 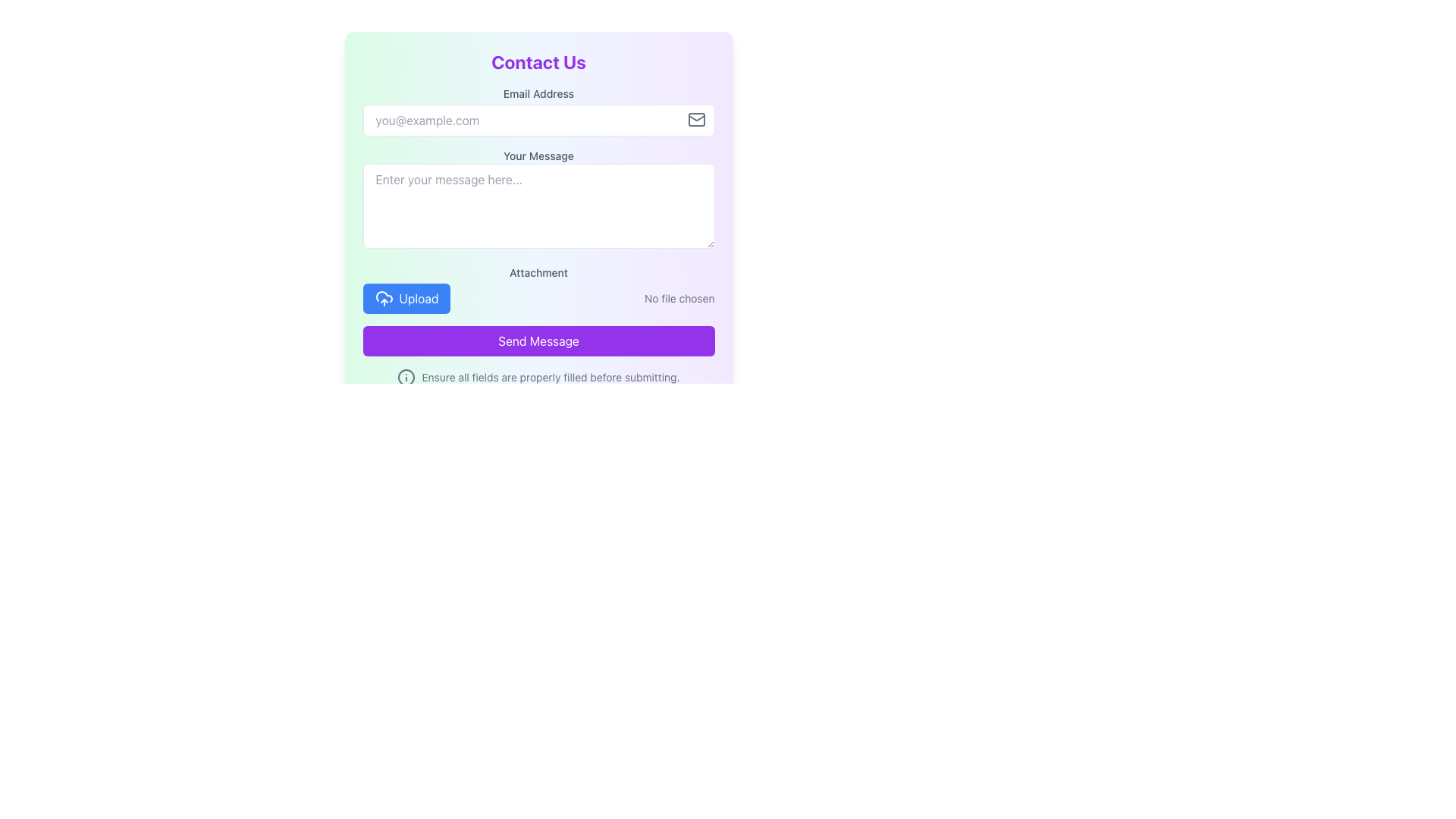 I want to click on the 'Upload' button in the File upload section, which is located beneath the 'Your Message' input field and above the 'Send Message' button, so click(x=538, y=289).